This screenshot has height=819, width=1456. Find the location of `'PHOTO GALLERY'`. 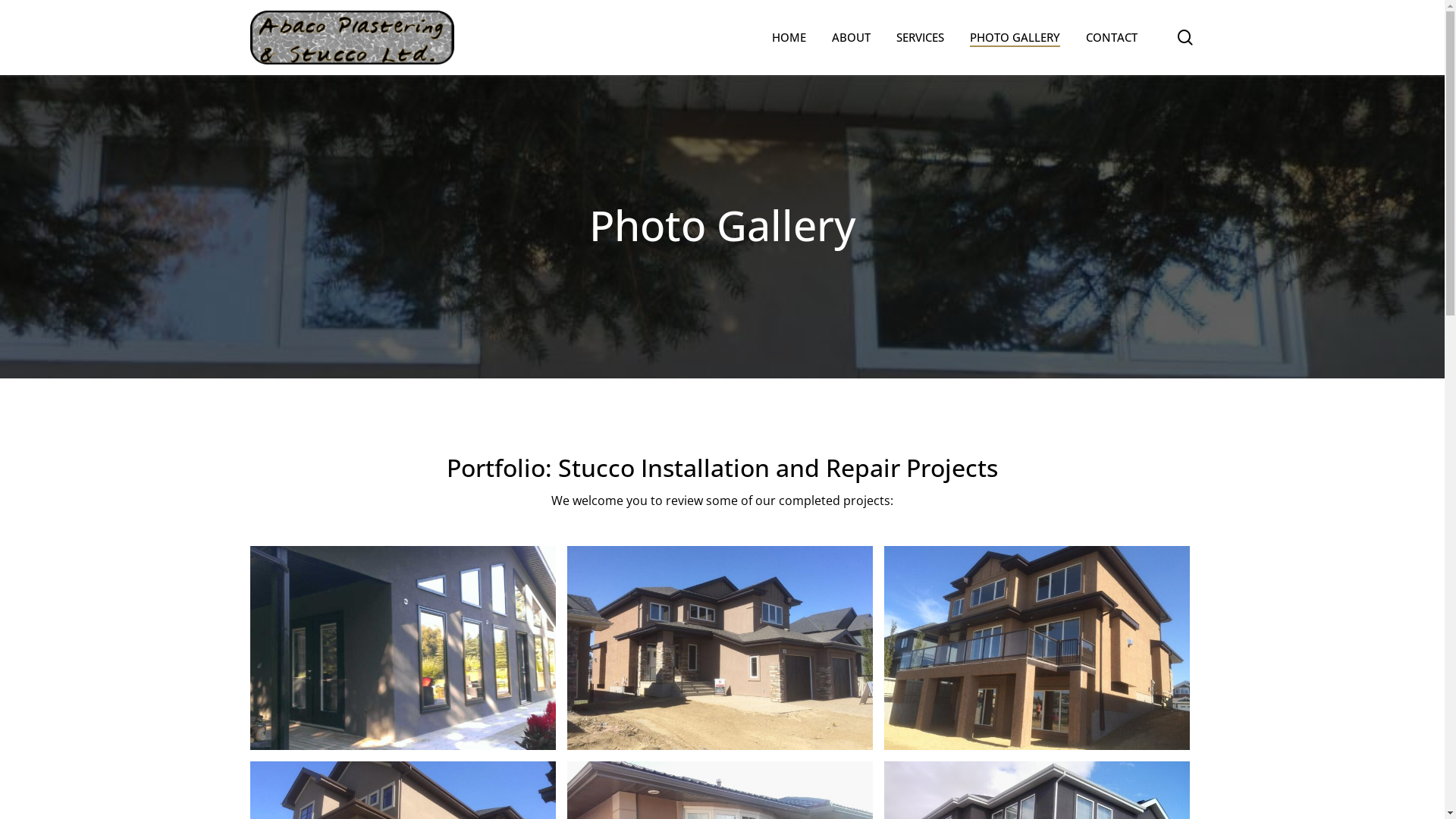

'PHOTO GALLERY' is located at coordinates (1015, 36).